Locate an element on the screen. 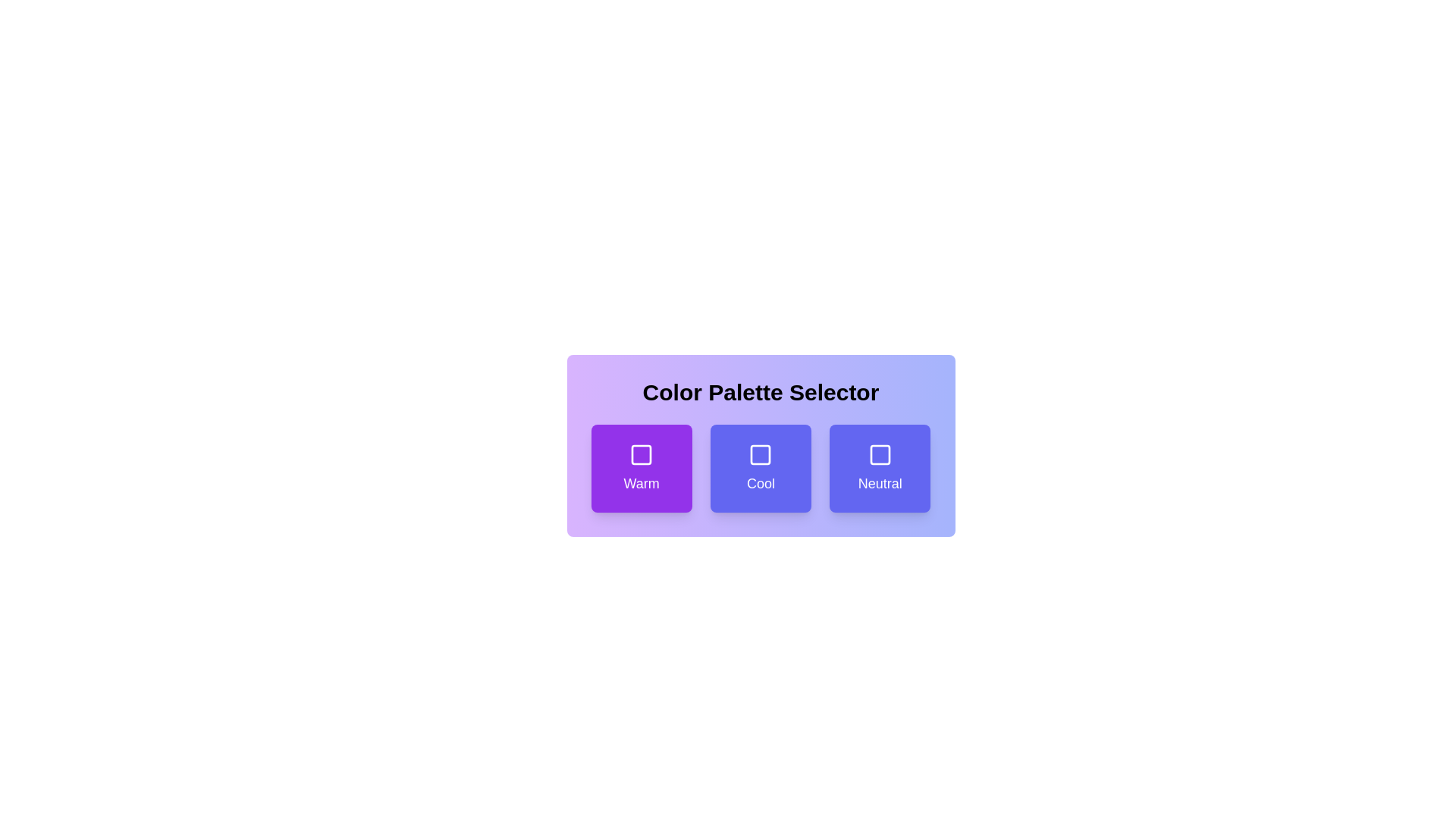 The image size is (1456, 819). the Cool button to activate it is located at coordinates (761, 467).